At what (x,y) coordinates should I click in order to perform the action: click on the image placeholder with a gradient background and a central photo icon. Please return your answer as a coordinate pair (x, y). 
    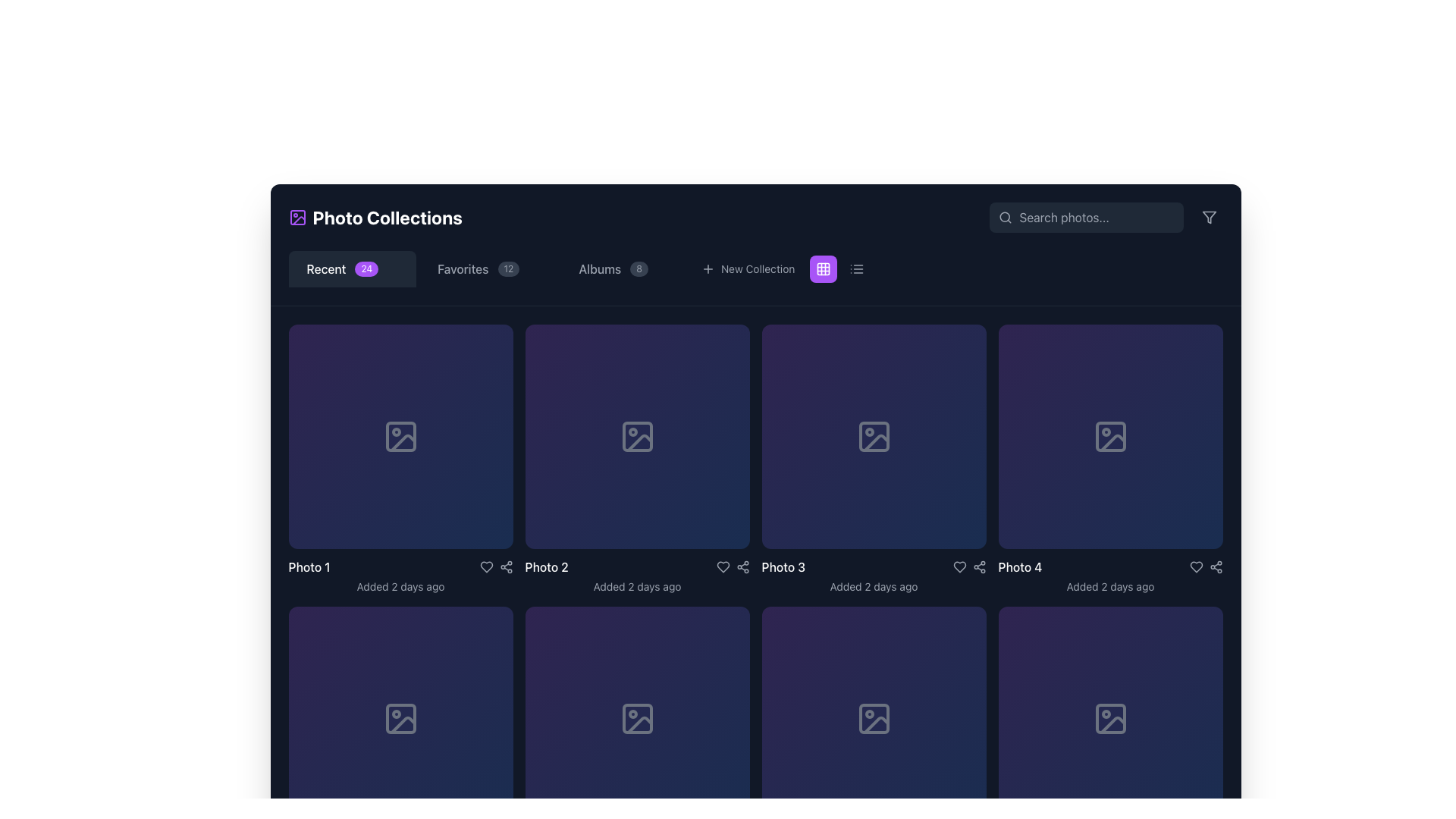
    Looking at the image, I should click on (1110, 436).